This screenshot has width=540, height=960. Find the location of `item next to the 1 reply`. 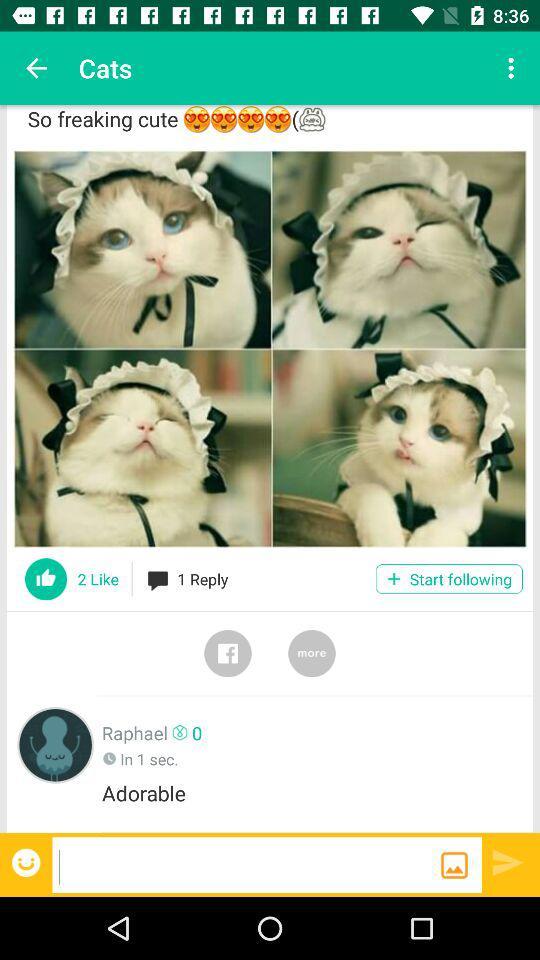

item next to the 1 reply is located at coordinates (449, 579).